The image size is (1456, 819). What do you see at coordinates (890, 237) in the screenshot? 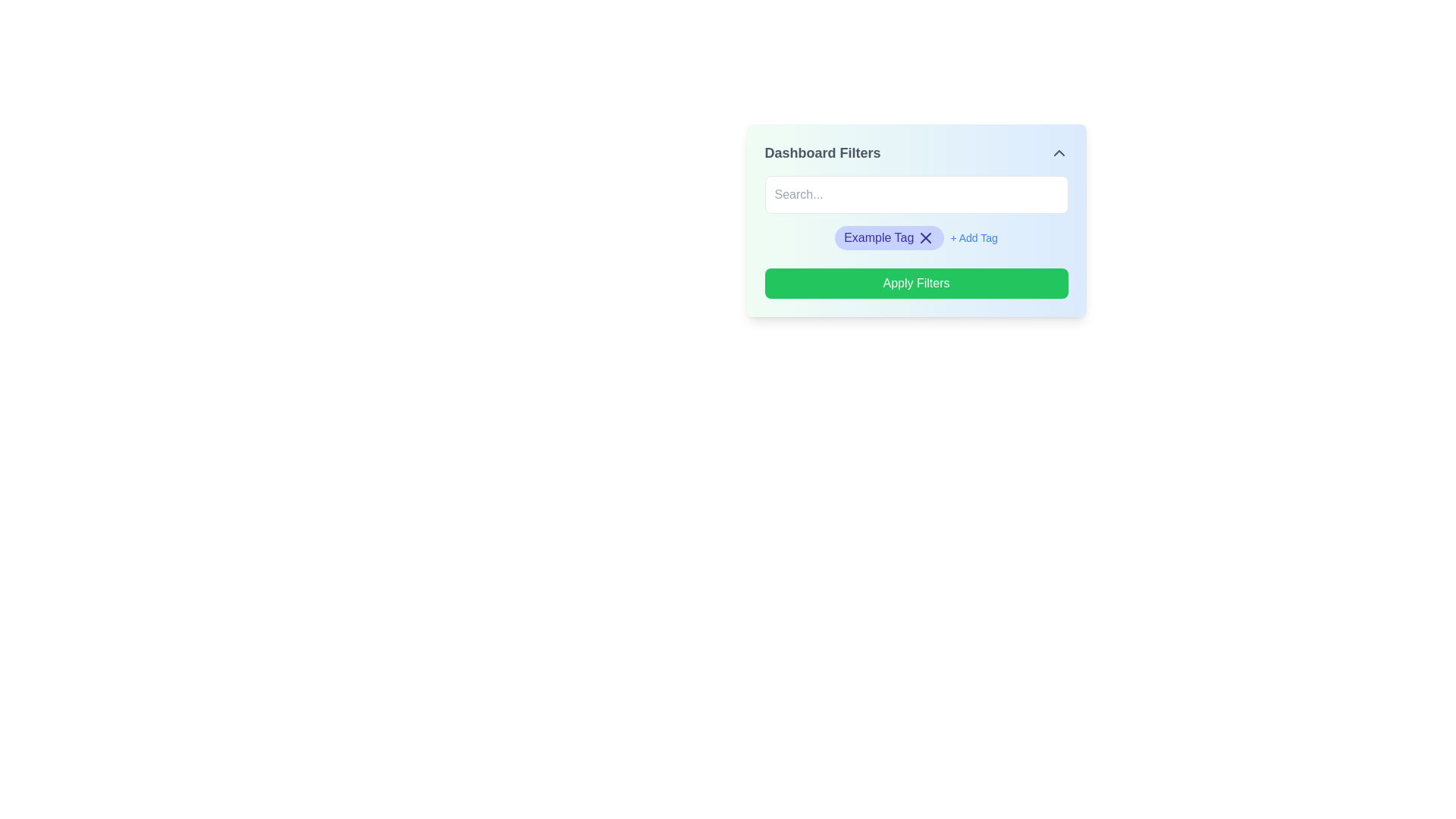
I see `the 'X' icon located immediately to the right of the 'Example Tag' label` at bounding box center [890, 237].